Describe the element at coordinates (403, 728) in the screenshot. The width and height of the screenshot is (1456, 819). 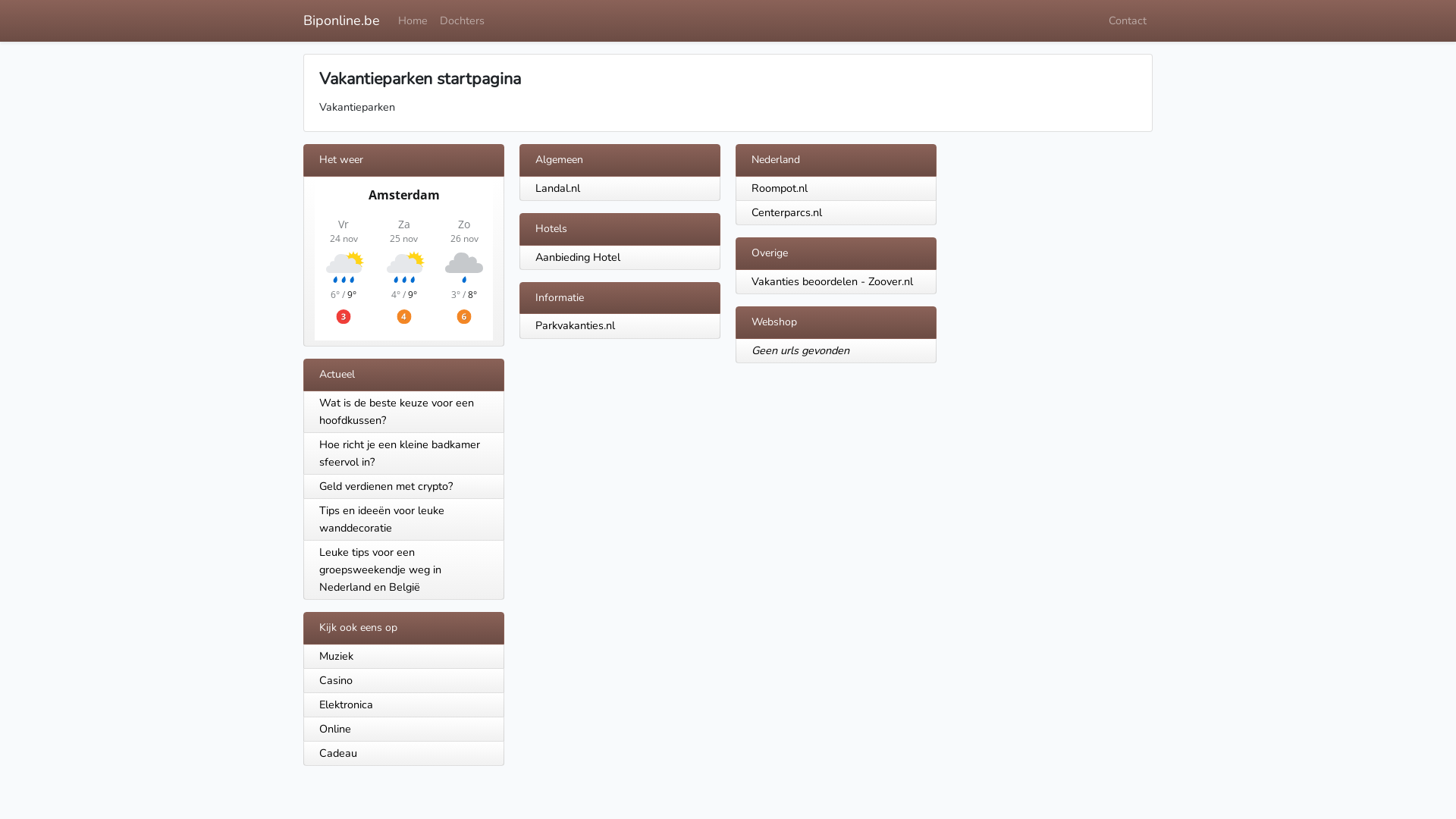
I see `'Online'` at that location.